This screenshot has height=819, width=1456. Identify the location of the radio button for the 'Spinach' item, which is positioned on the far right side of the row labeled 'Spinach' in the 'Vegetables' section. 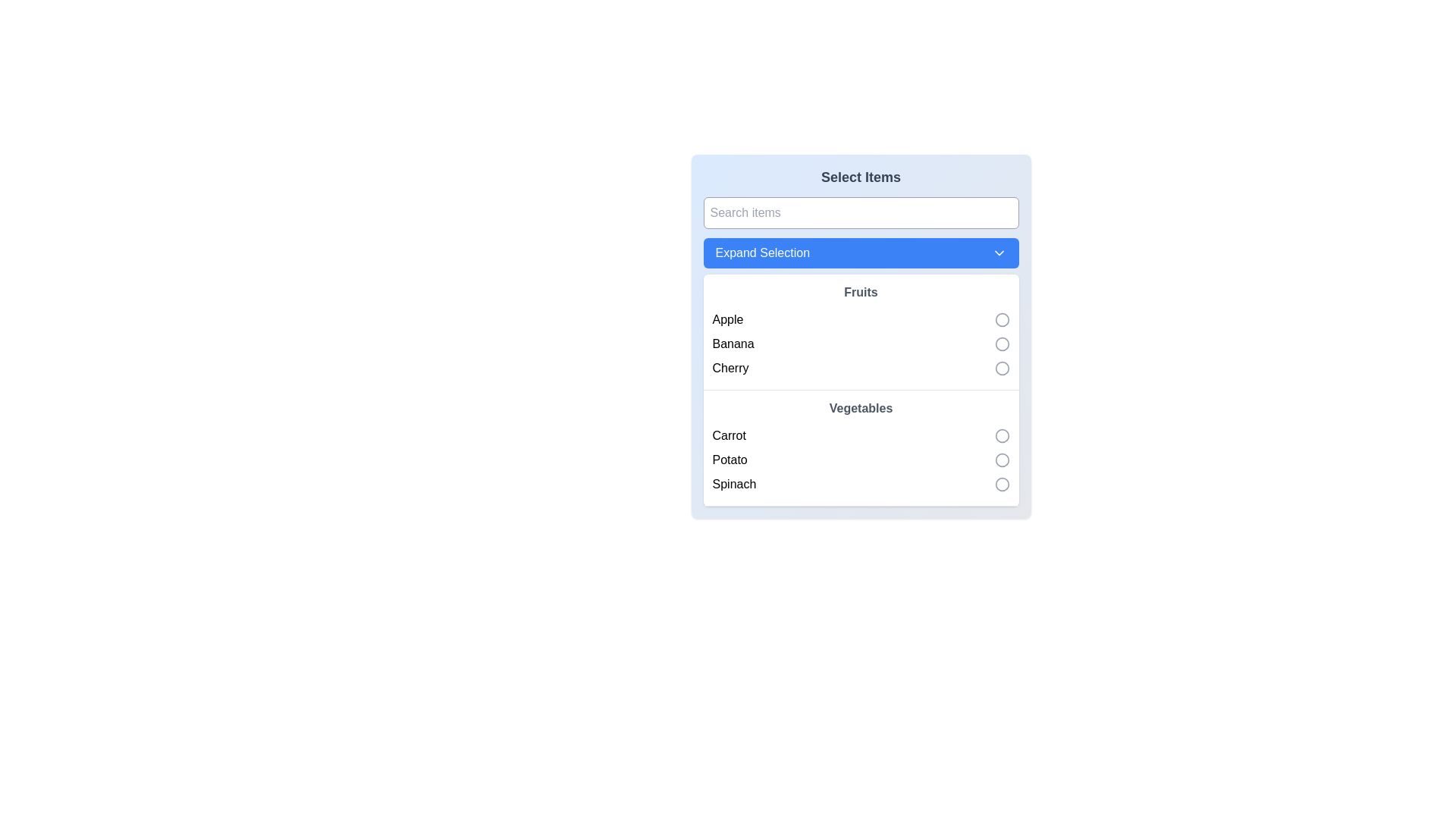
(1002, 485).